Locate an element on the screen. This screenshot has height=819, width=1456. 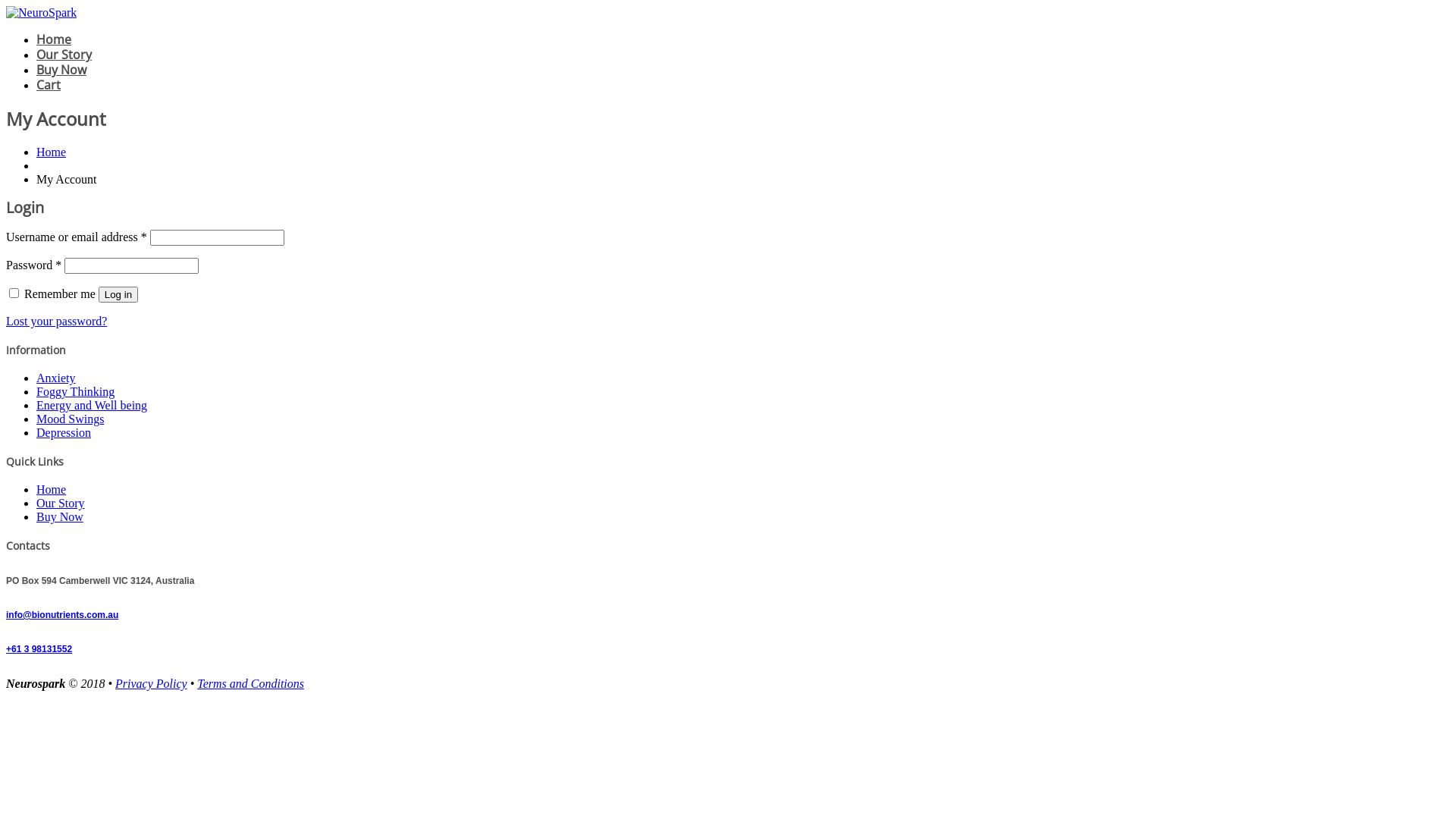
'Privacy Policy' is located at coordinates (151, 683).